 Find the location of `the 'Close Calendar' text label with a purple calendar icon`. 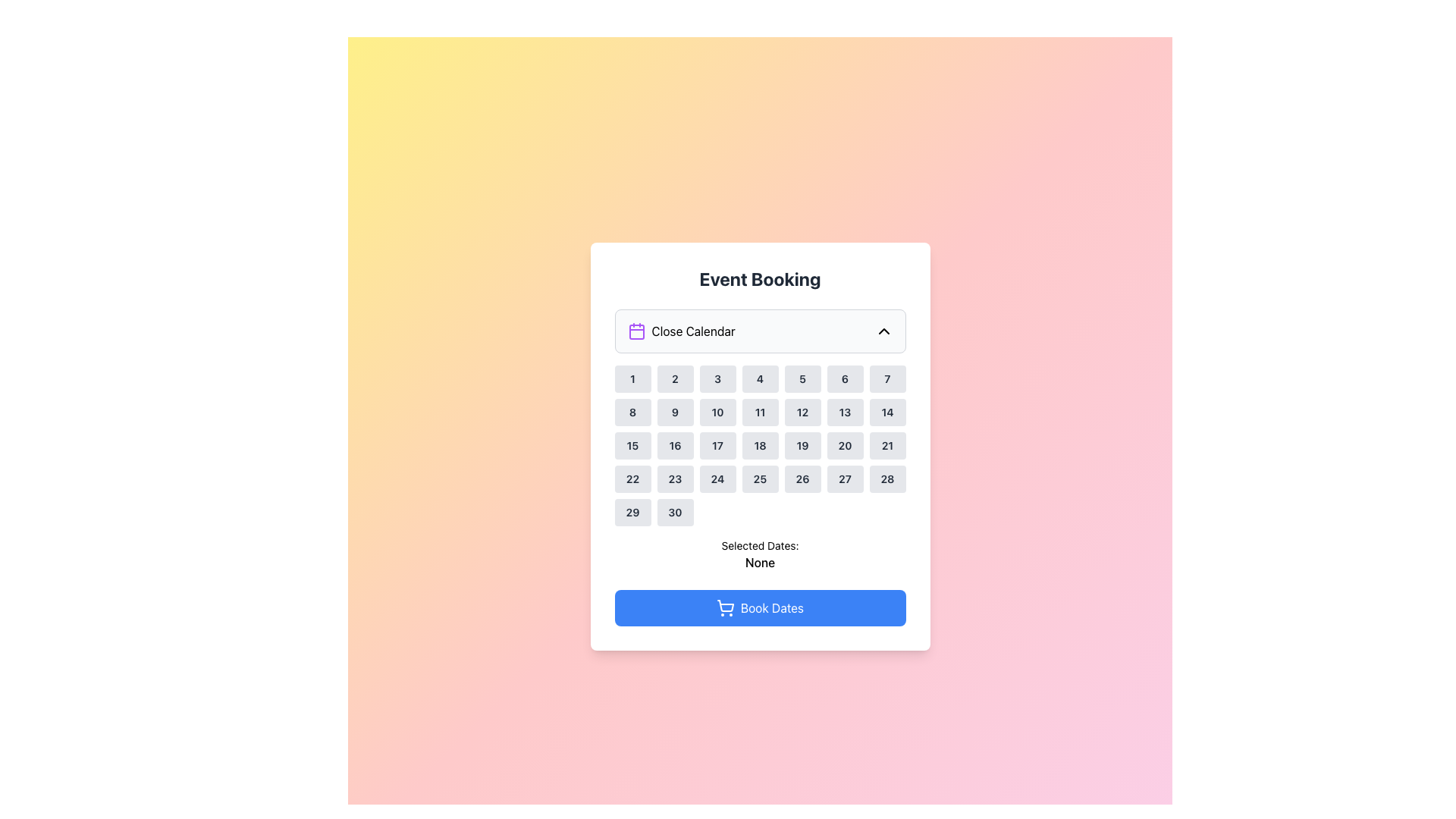

the 'Close Calendar' text label with a purple calendar icon is located at coordinates (680, 330).